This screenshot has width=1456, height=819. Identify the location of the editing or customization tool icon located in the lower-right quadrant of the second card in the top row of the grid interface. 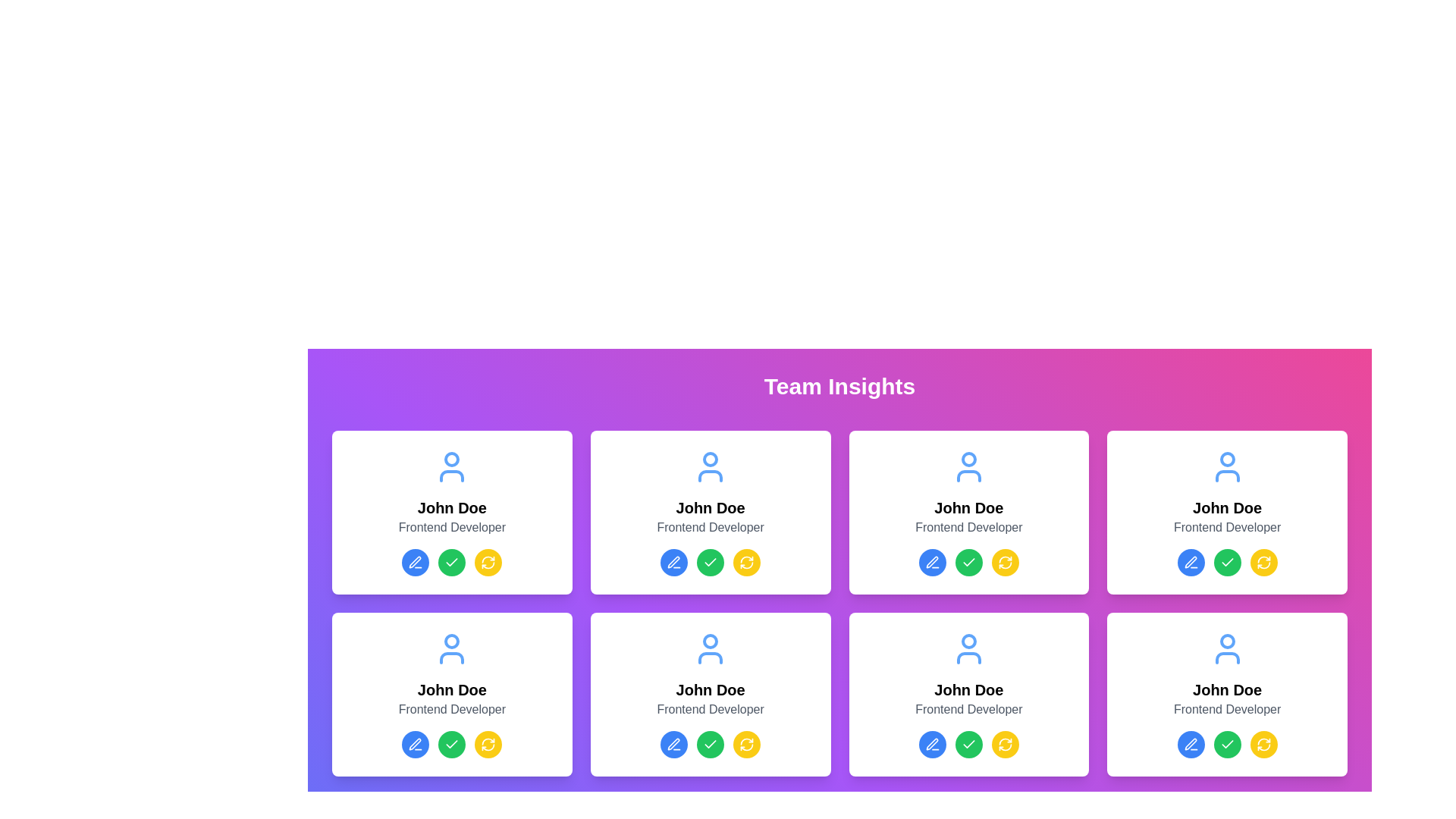
(1190, 562).